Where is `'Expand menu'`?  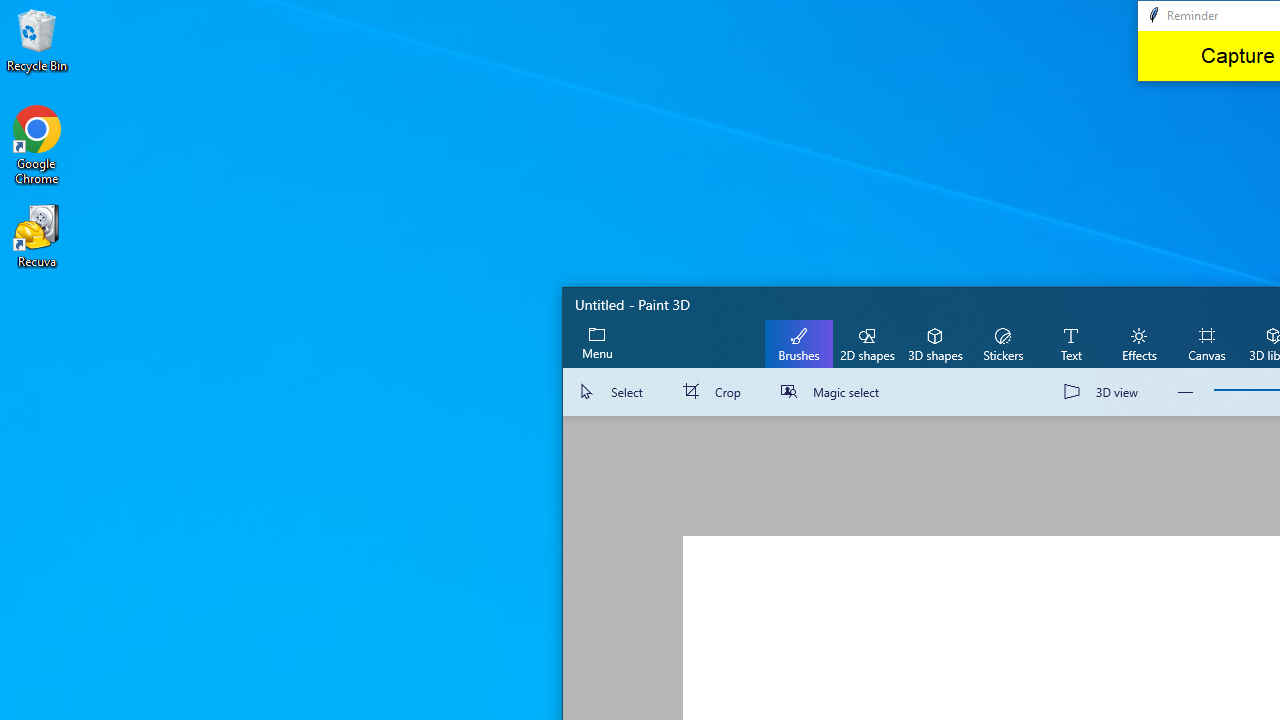
'Expand menu' is located at coordinates (596, 342).